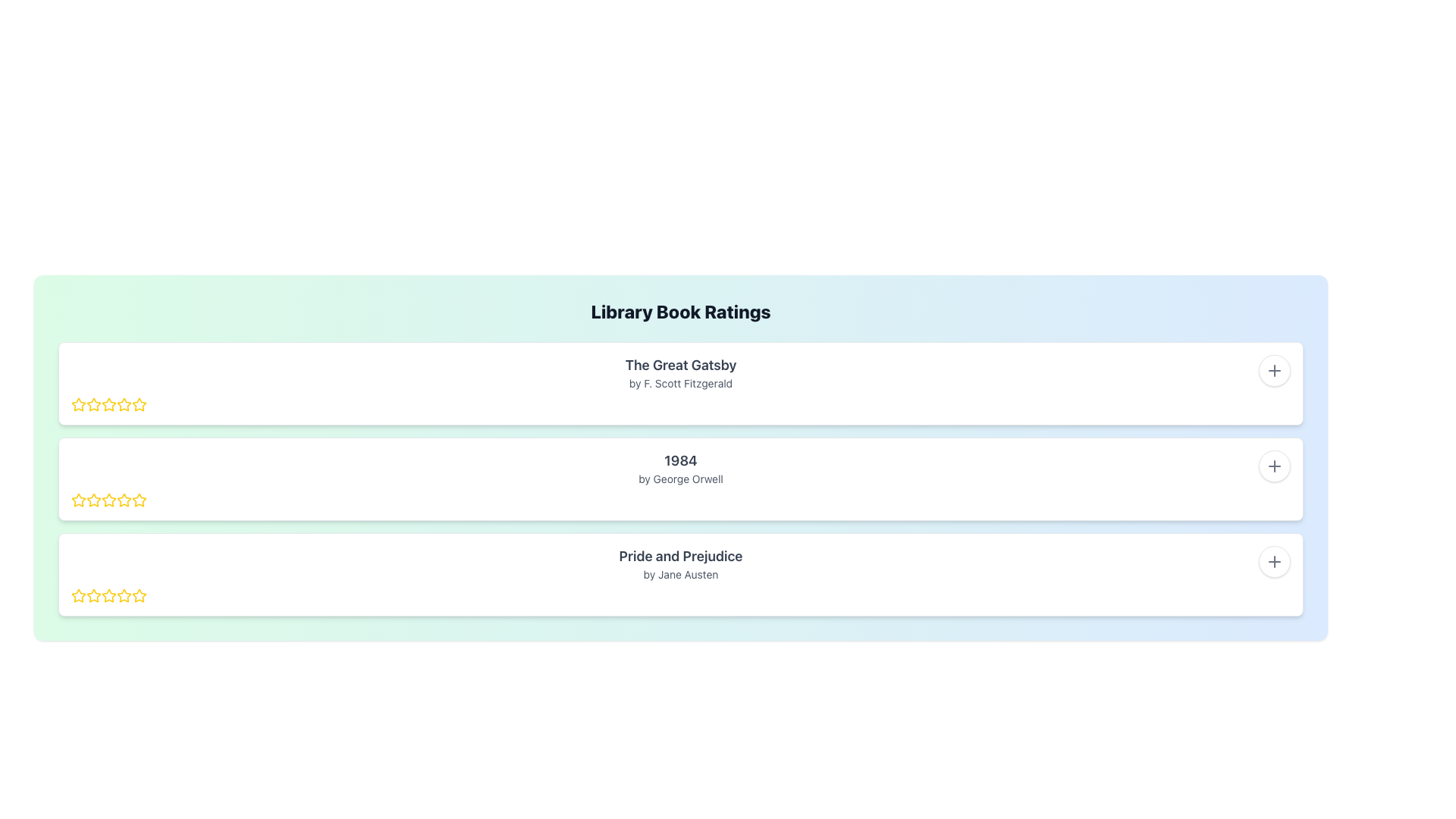  I want to click on the third star icon, so click(93, 500).